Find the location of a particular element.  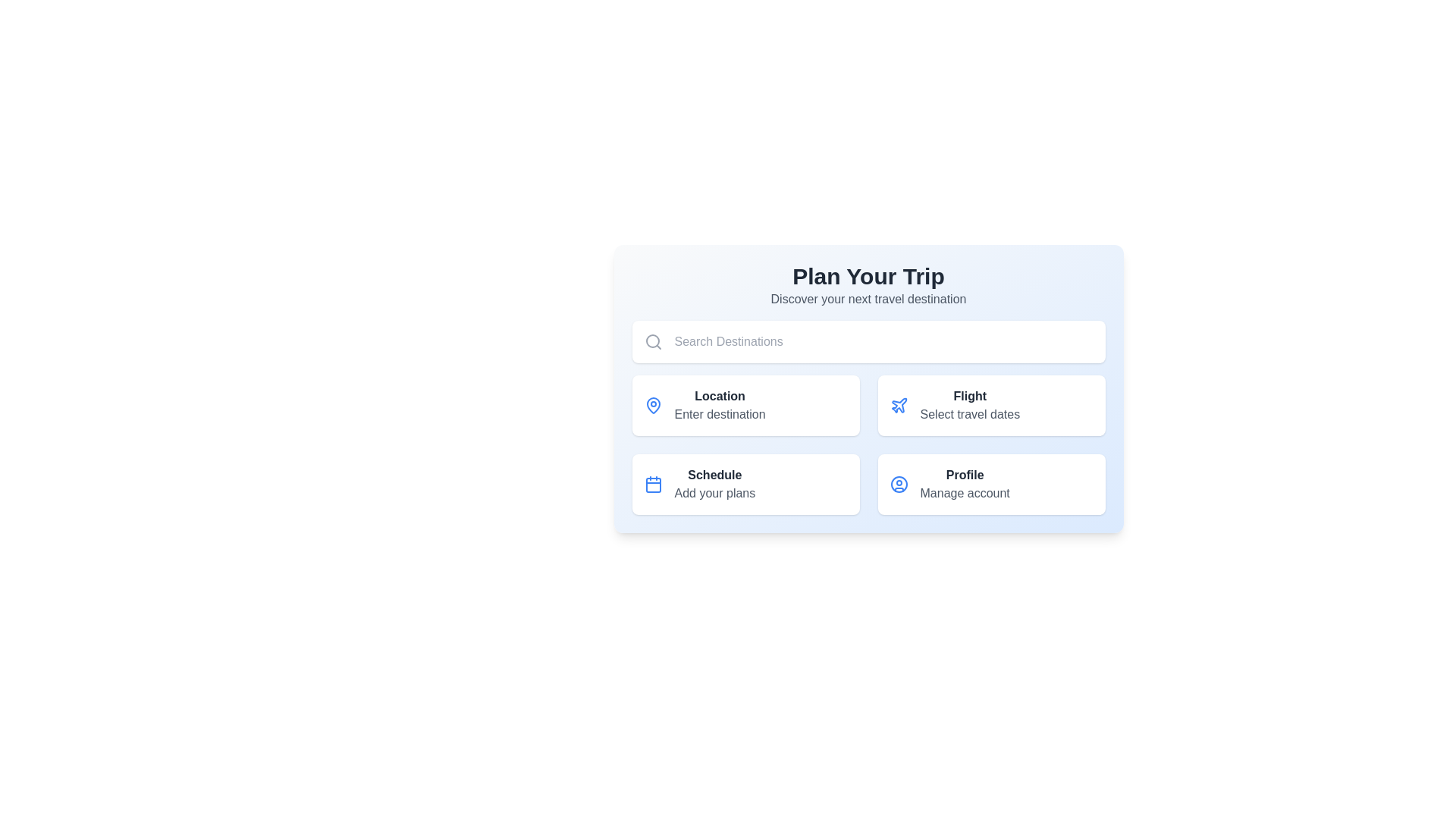

the static text label reading 'Enter destination', which is styled with gray text and located below the 'Location' text in the top-left card of the grid layout is located at coordinates (719, 415).